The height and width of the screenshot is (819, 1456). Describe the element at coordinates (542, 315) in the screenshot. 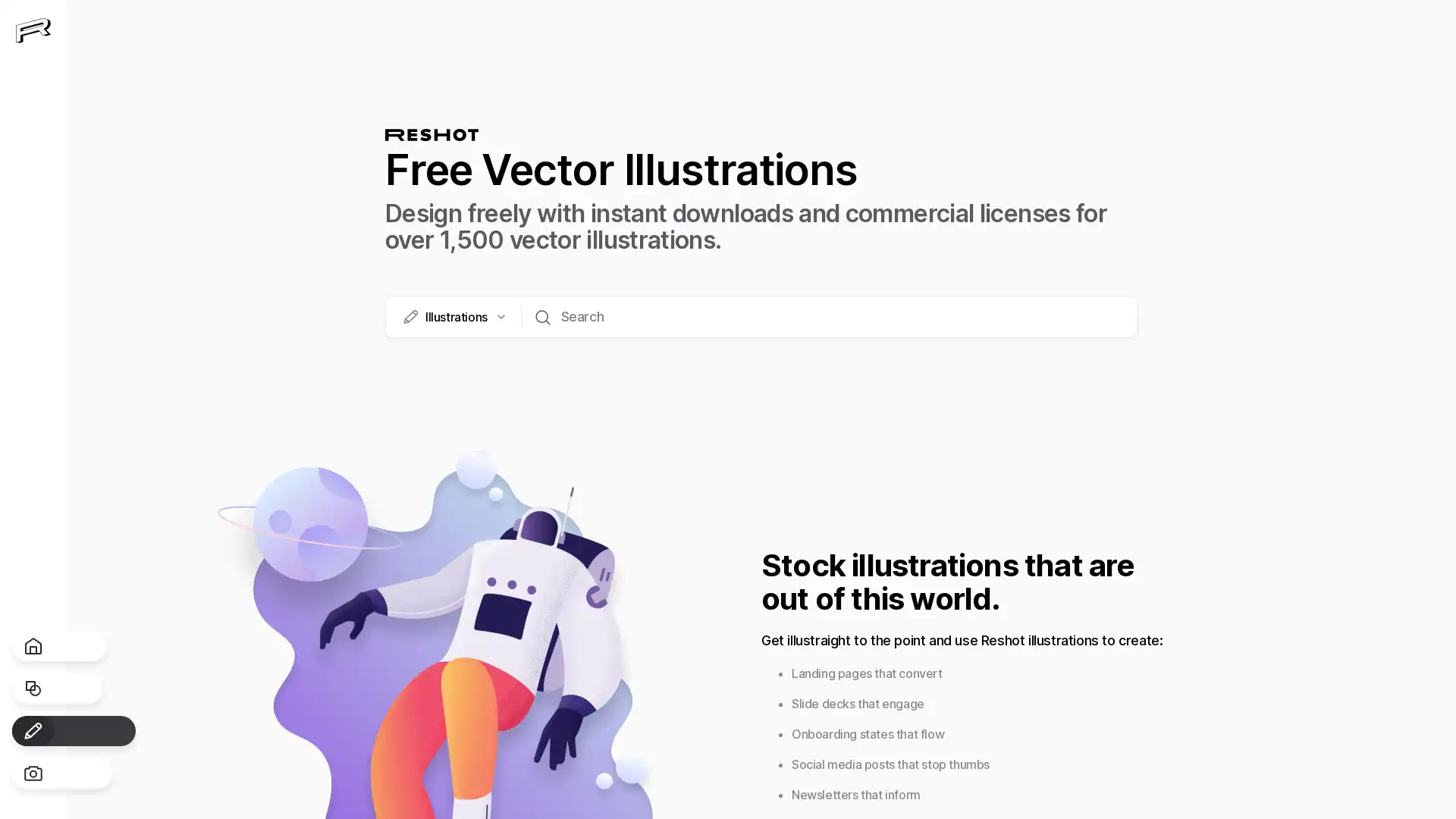

I see `Search` at that location.